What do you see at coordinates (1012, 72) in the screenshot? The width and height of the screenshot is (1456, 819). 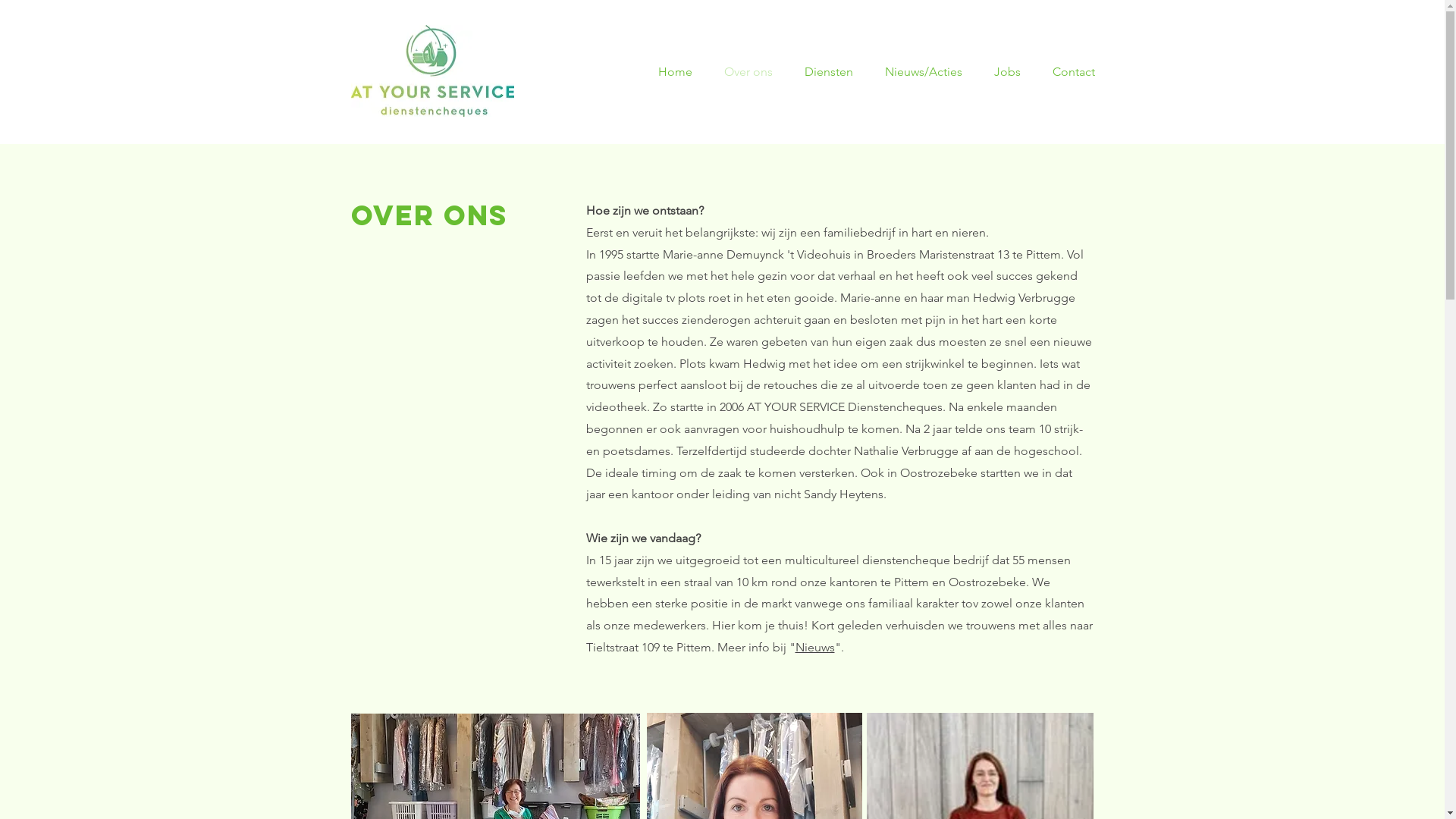 I see `'Jobs'` at bounding box center [1012, 72].